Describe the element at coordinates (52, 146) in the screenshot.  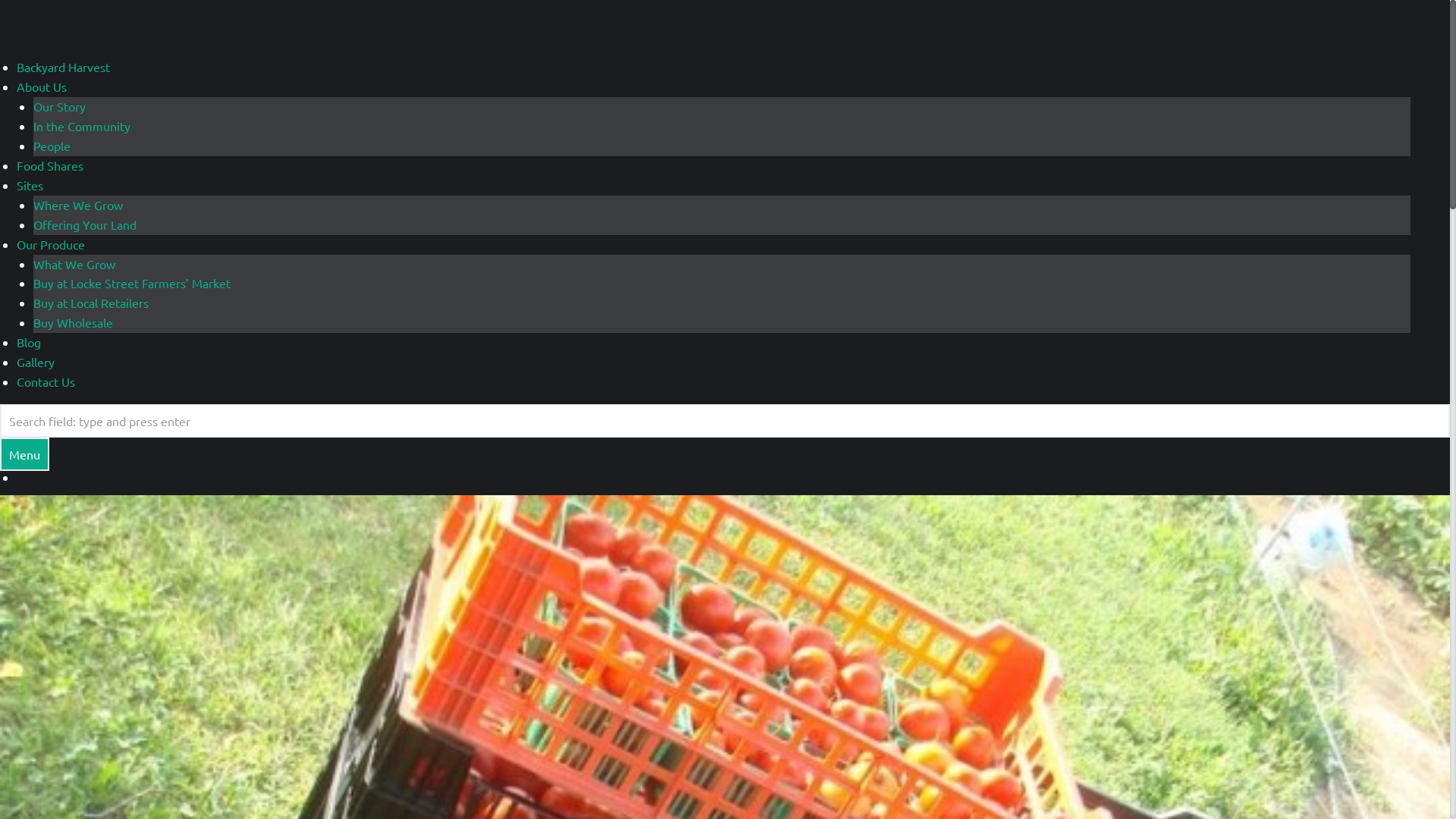
I see `'People'` at that location.